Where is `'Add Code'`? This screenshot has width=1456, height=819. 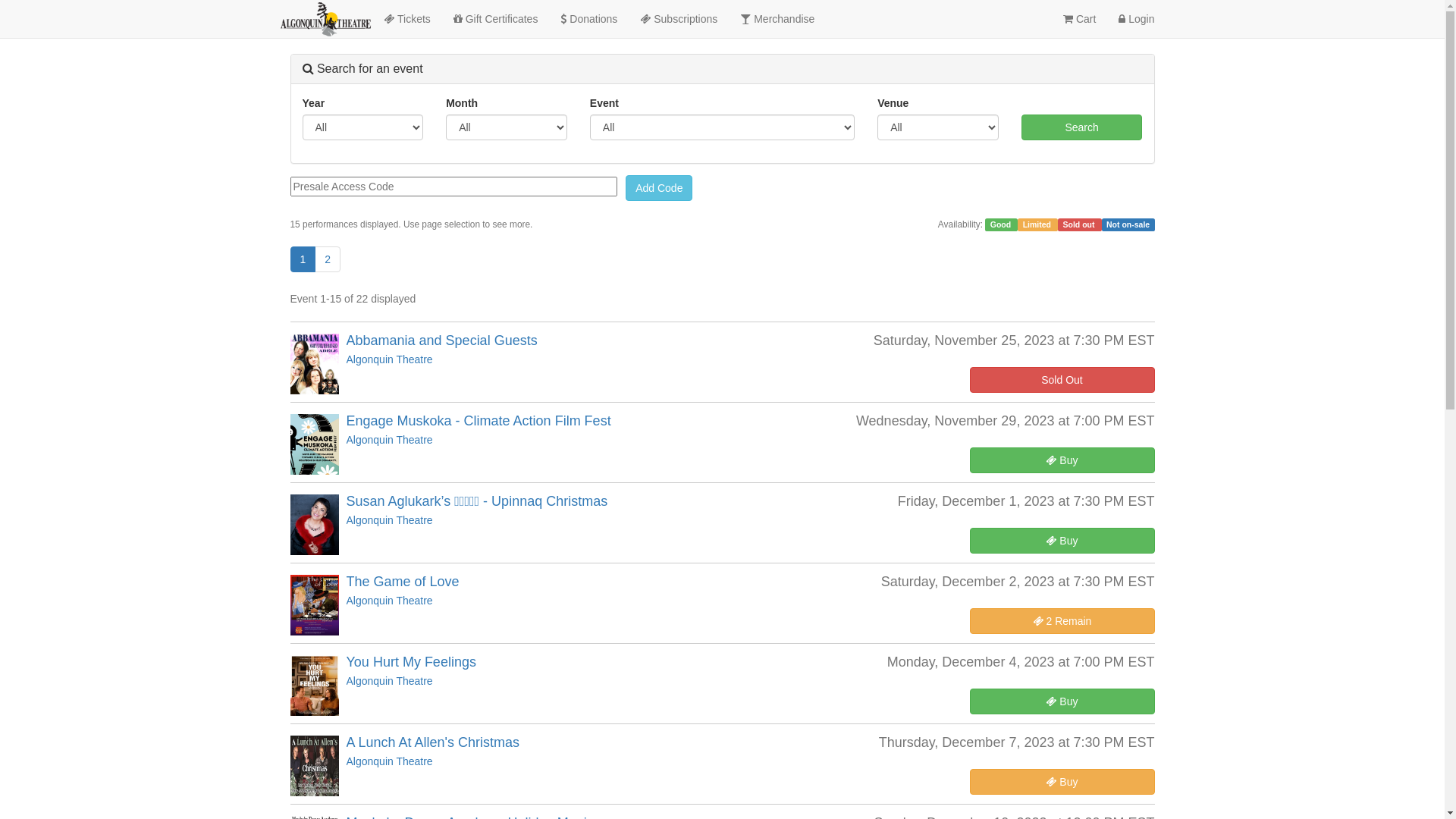
'Add Code' is located at coordinates (658, 187).